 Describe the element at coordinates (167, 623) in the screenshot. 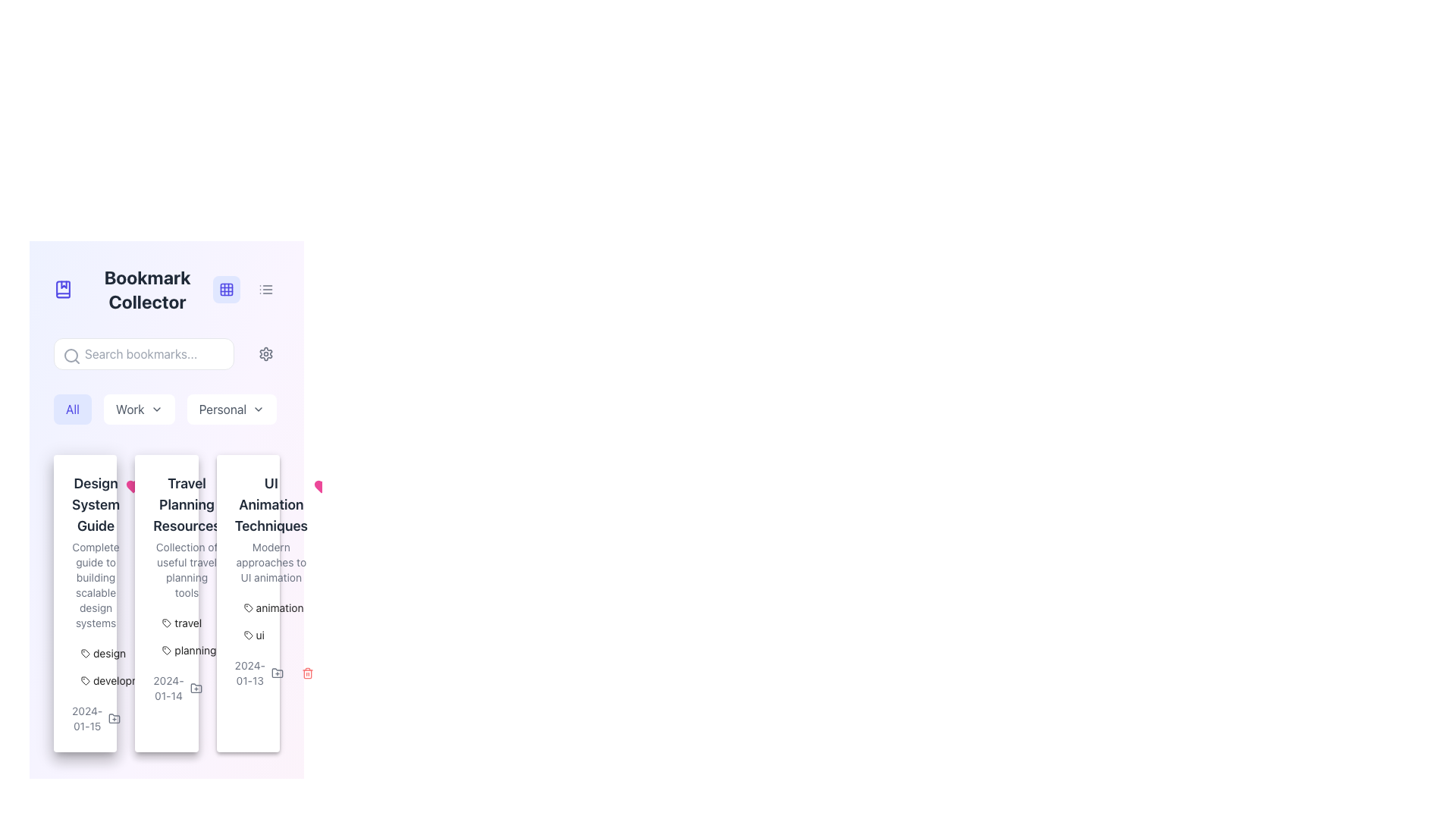

I see `the tag icon element located below the title text of the second card in a vertical scrolling UI` at that location.